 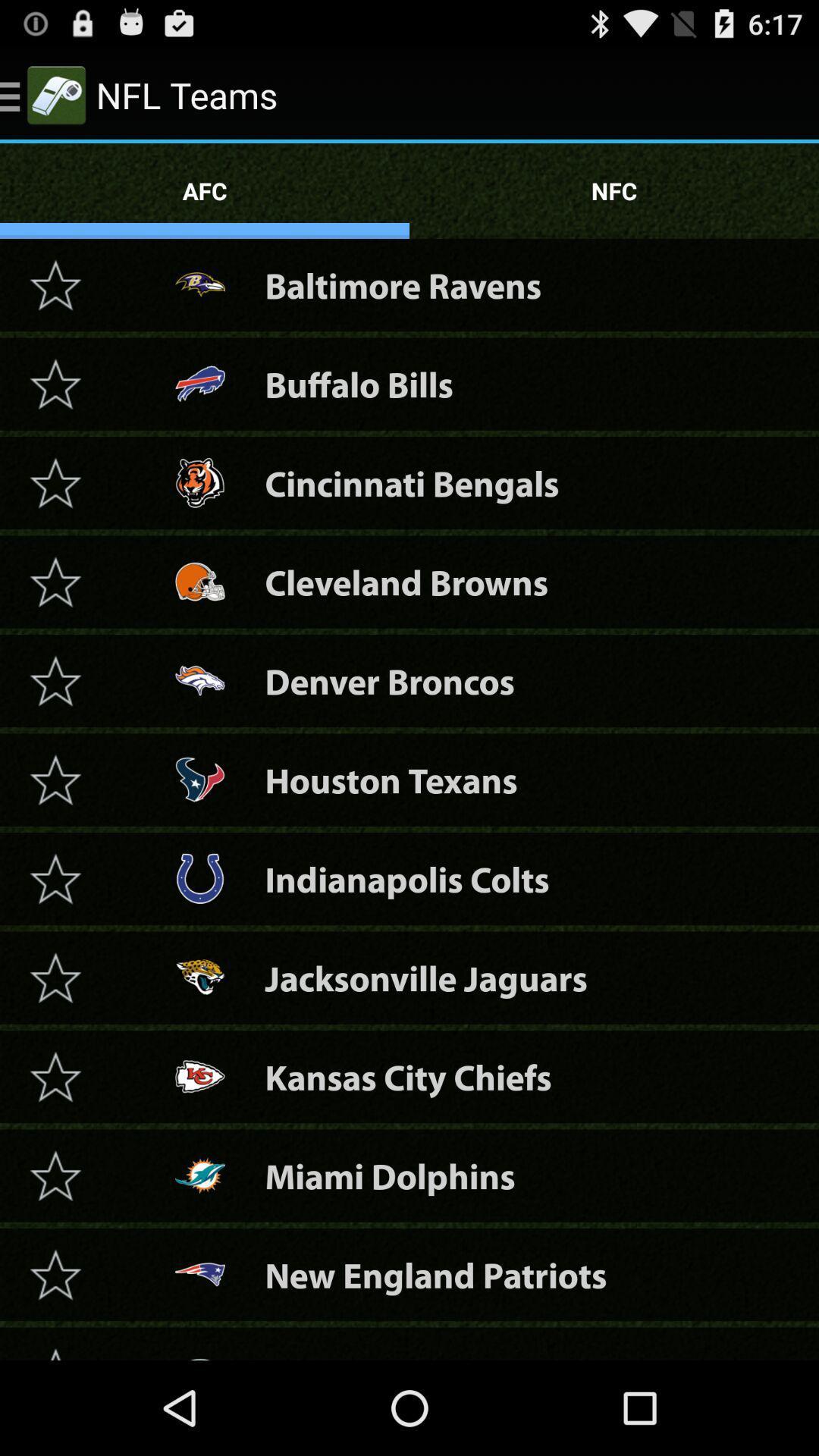 I want to click on jacksonville jaguars, so click(x=426, y=977).